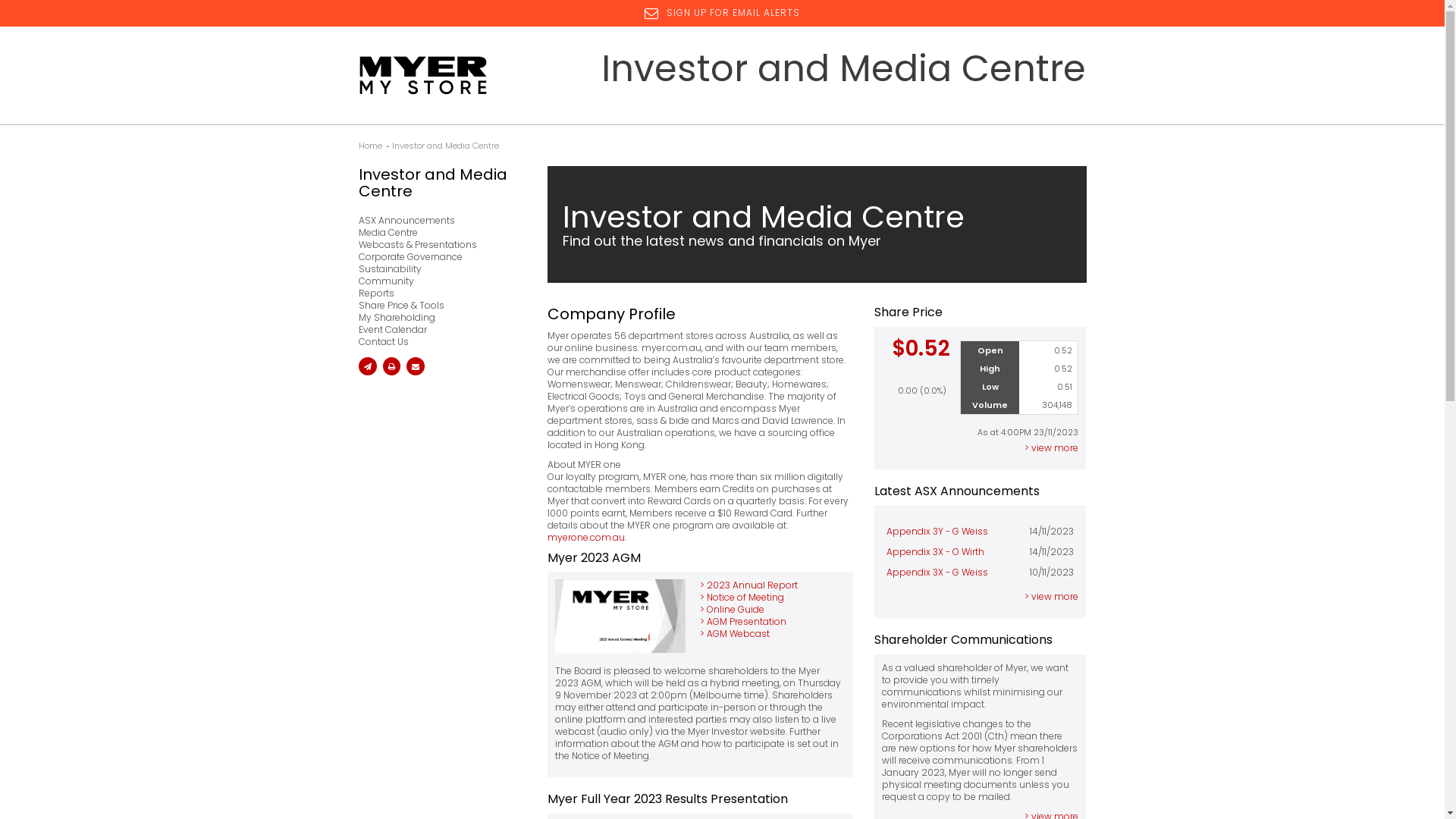 This screenshot has height=819, width=1456. What do you see at coordinates (437, 220) in the screenshot?
I see `'ASX Announcements'` at bounding box center [437, 220].